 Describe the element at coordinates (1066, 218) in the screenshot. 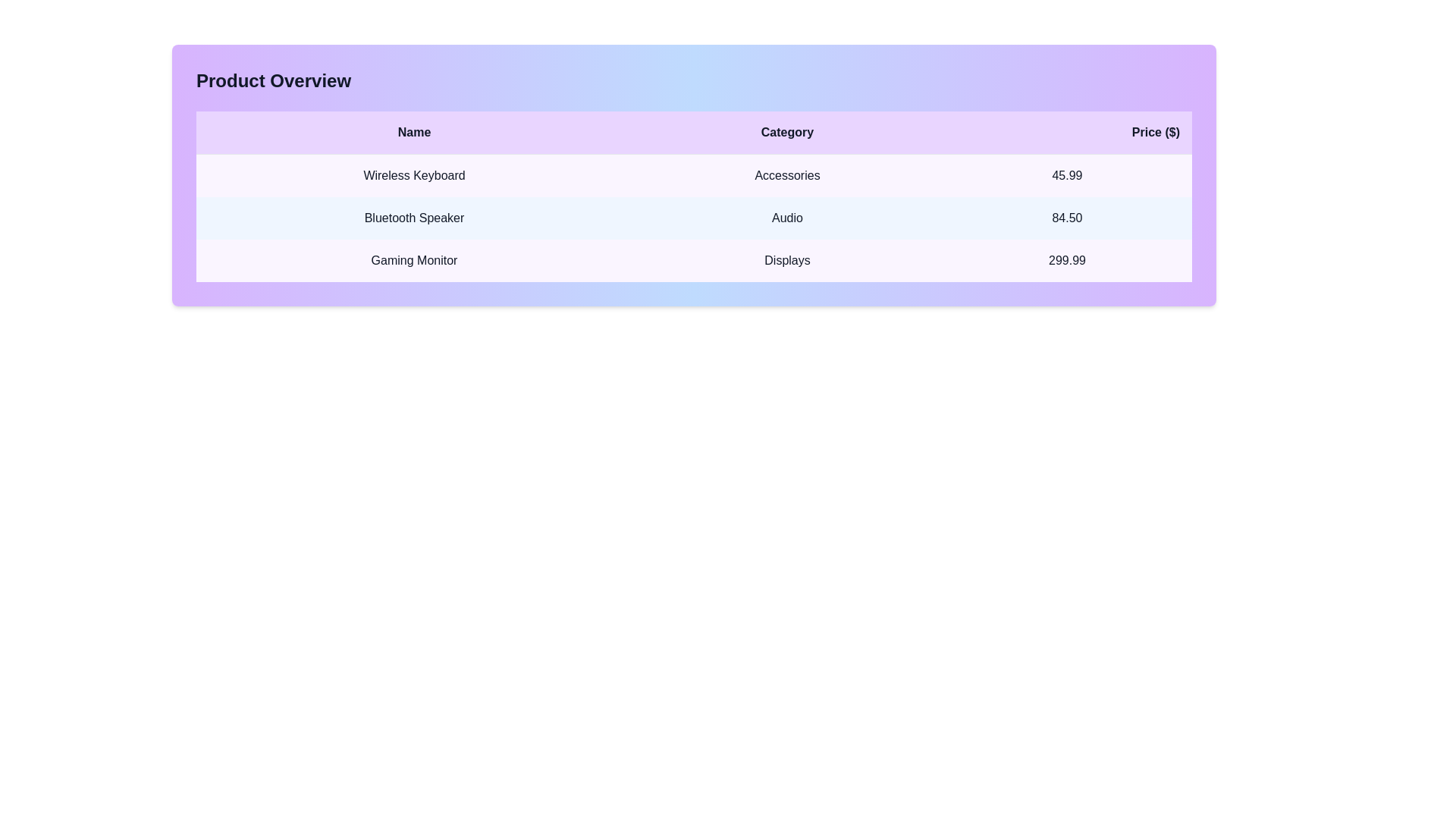

I see `the Text label displaying '84.50' in the 'Price ($)' column` at that location.